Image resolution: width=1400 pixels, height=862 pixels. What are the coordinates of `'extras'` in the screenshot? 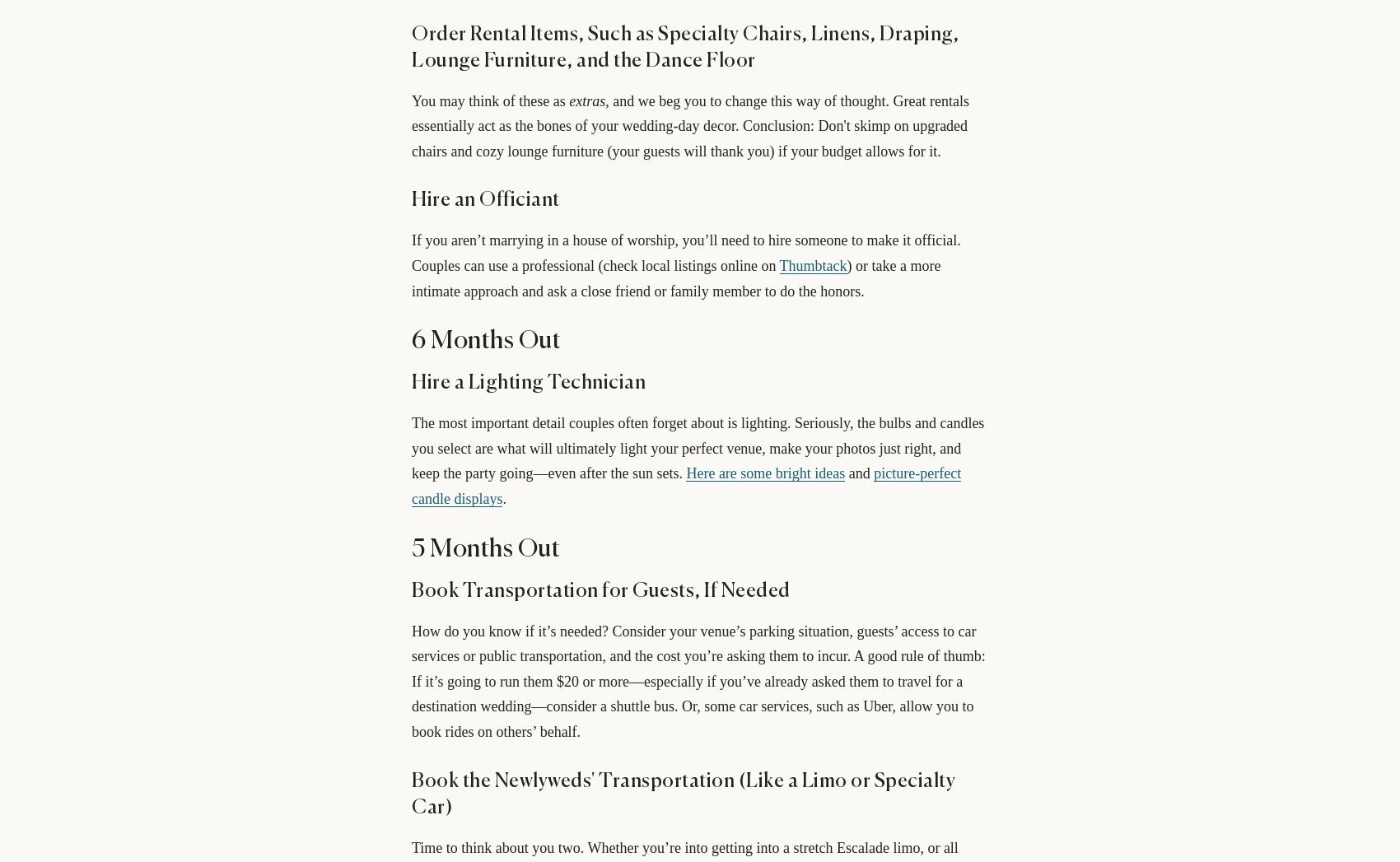 It's located at (586, 99).